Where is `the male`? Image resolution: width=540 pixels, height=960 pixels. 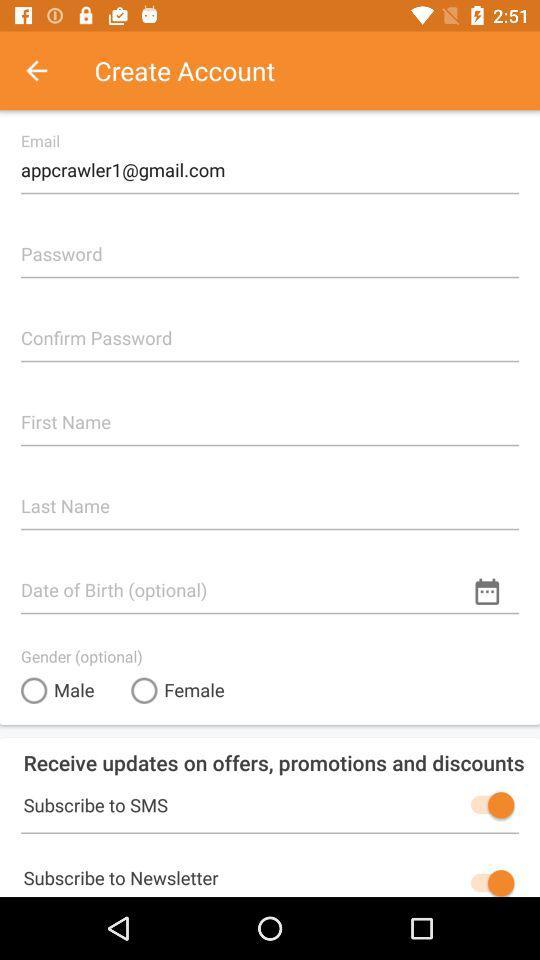
the male is located at coordinates (57, 690).